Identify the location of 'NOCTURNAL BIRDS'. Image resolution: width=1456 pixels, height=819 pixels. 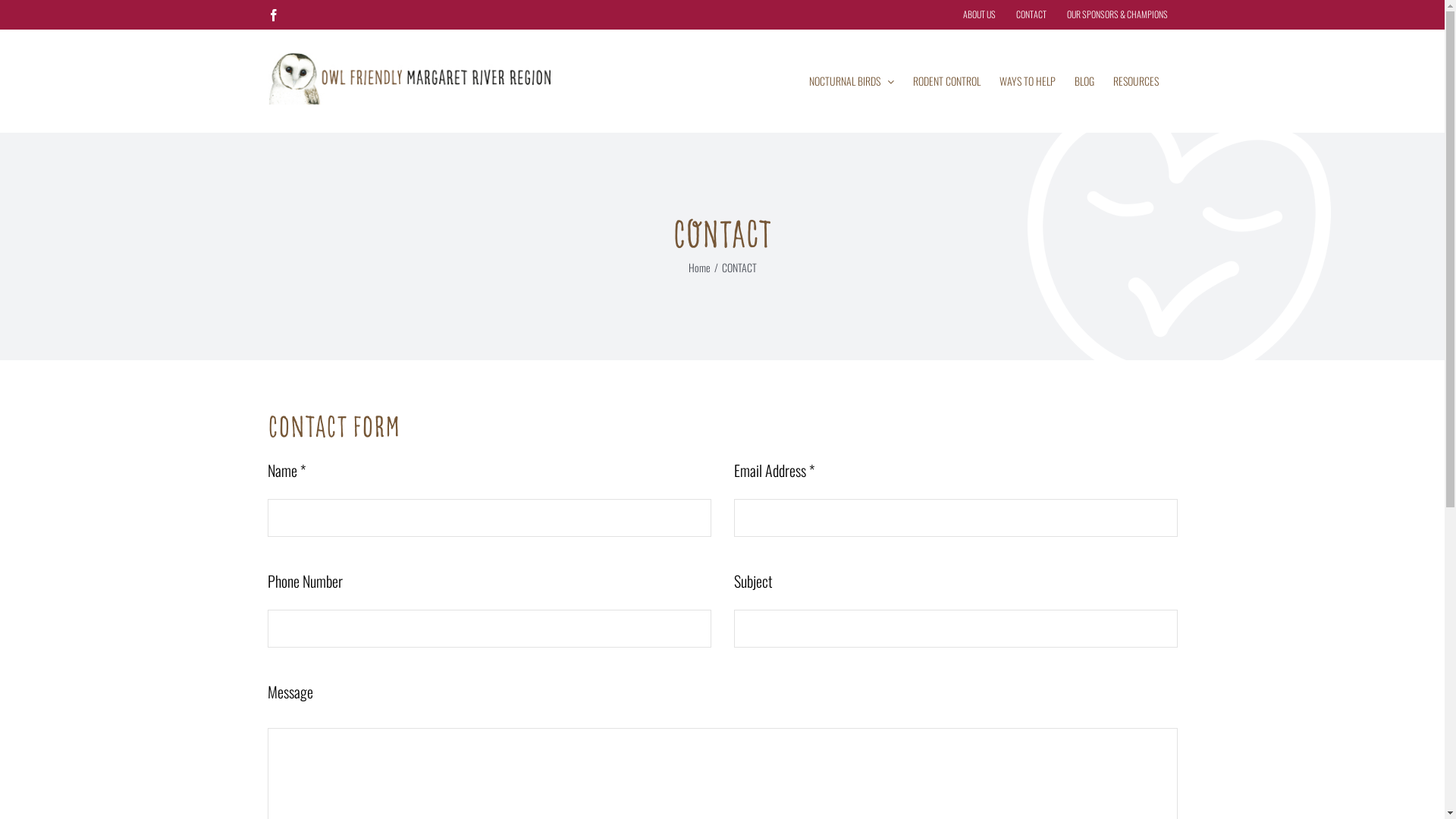
(807, 80).